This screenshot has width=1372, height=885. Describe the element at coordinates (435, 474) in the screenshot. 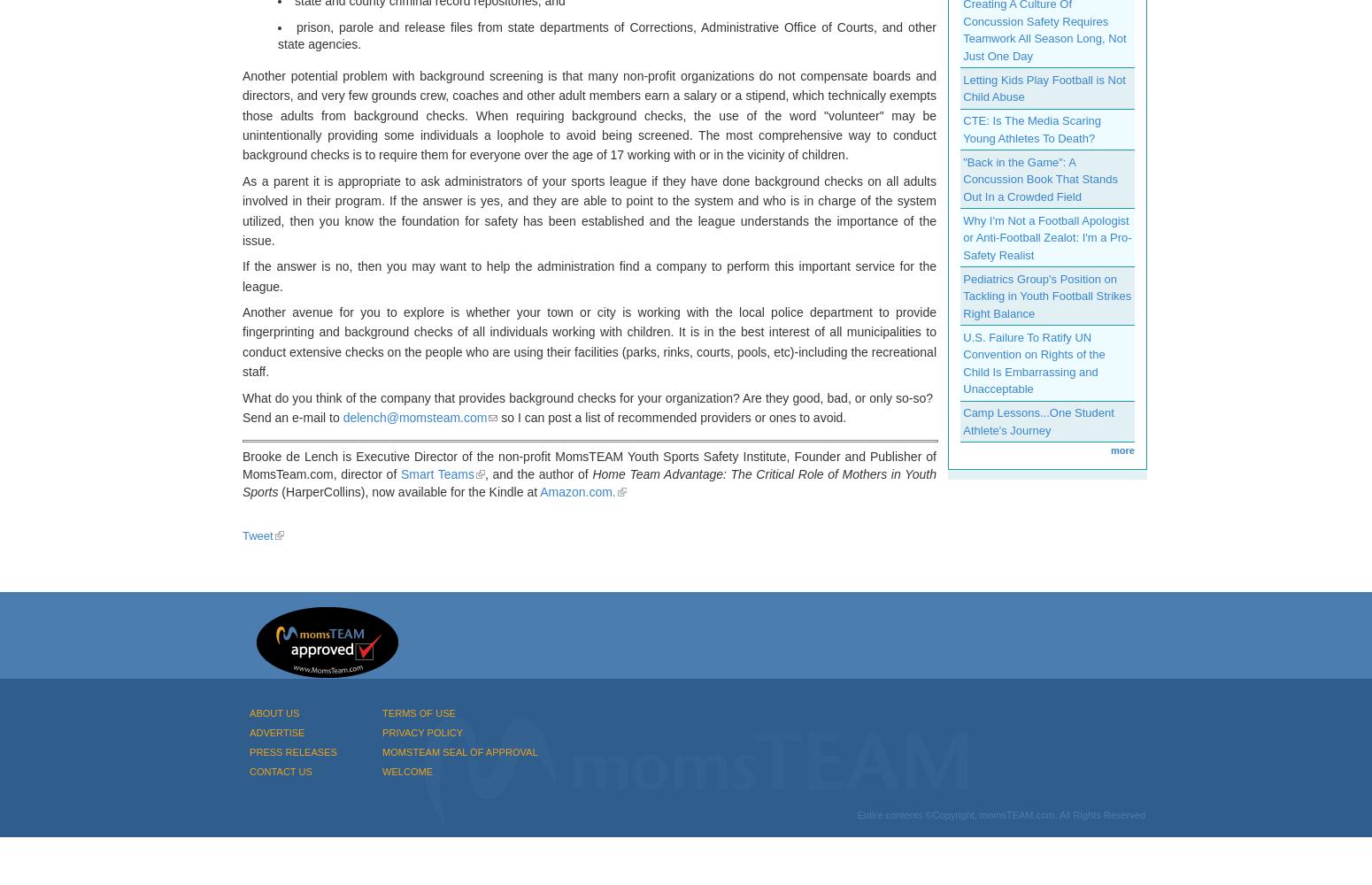

I see `'Smart Teams'` at that location.